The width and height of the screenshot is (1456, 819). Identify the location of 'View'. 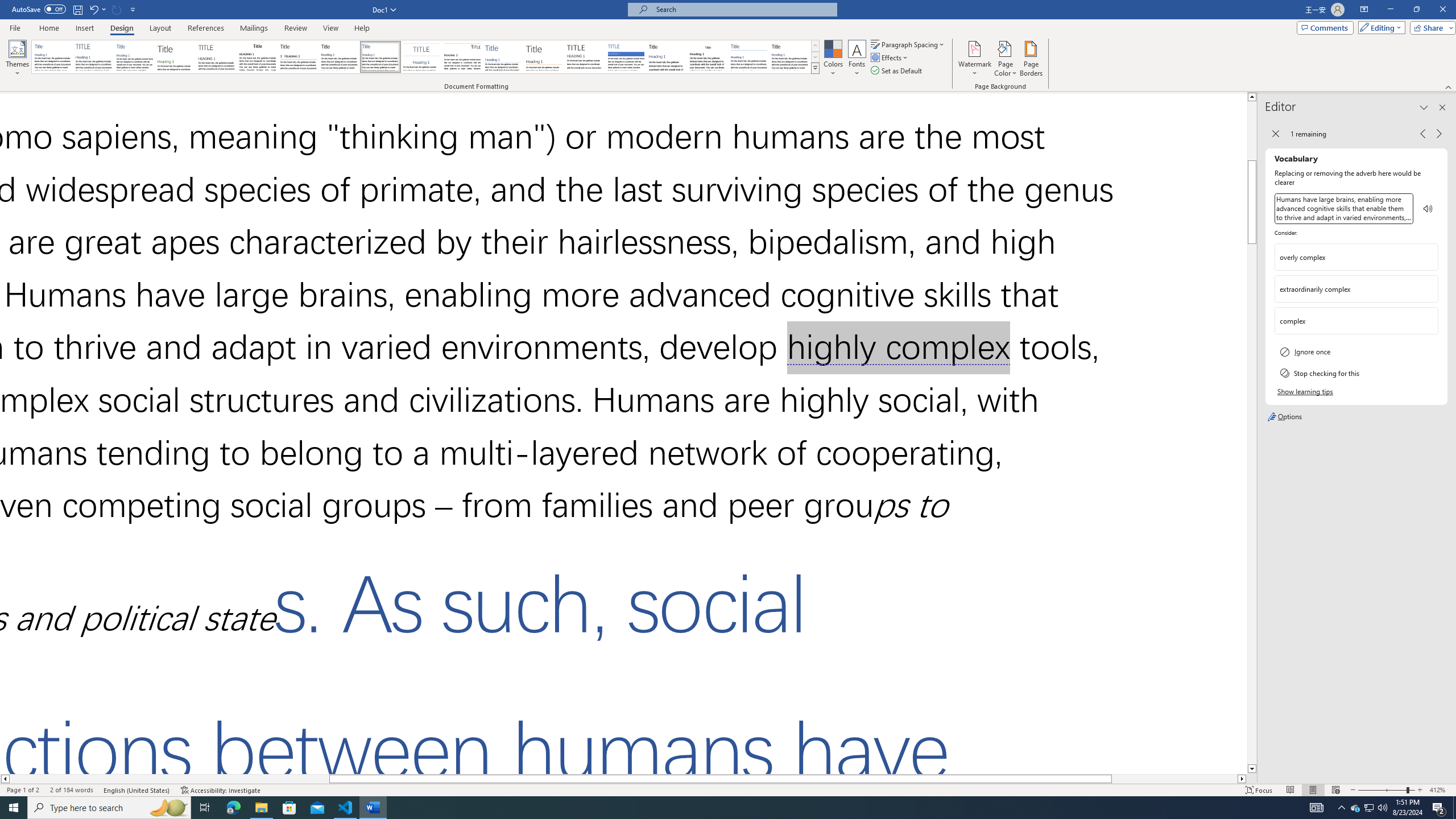
(331, 28).